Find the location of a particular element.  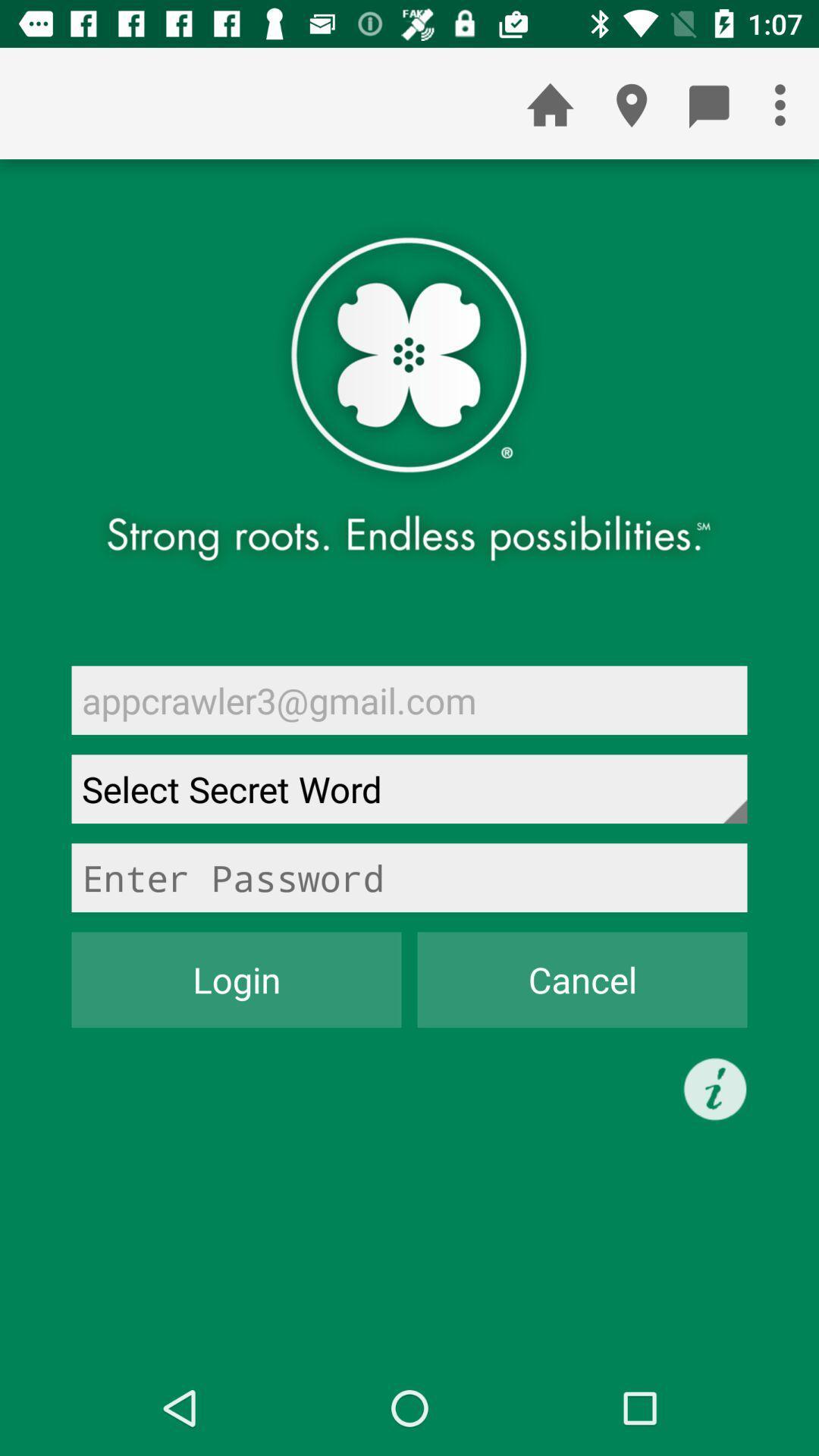

the icon below cancel is located at coordinates (715, 1088).